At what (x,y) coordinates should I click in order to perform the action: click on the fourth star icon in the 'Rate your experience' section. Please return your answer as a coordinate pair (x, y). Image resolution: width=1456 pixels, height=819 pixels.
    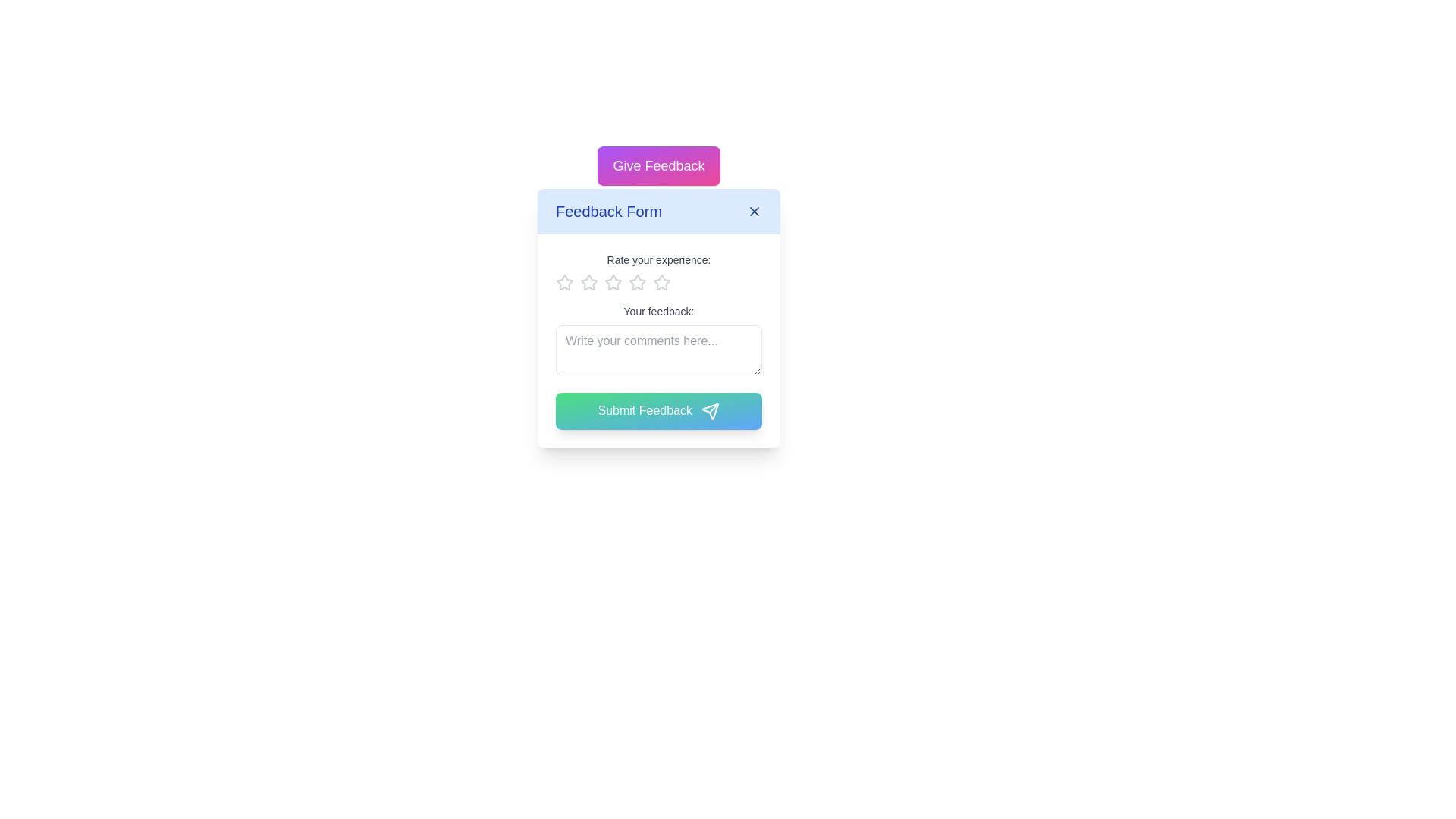
    Looking at the image, I should click on (662, 282).